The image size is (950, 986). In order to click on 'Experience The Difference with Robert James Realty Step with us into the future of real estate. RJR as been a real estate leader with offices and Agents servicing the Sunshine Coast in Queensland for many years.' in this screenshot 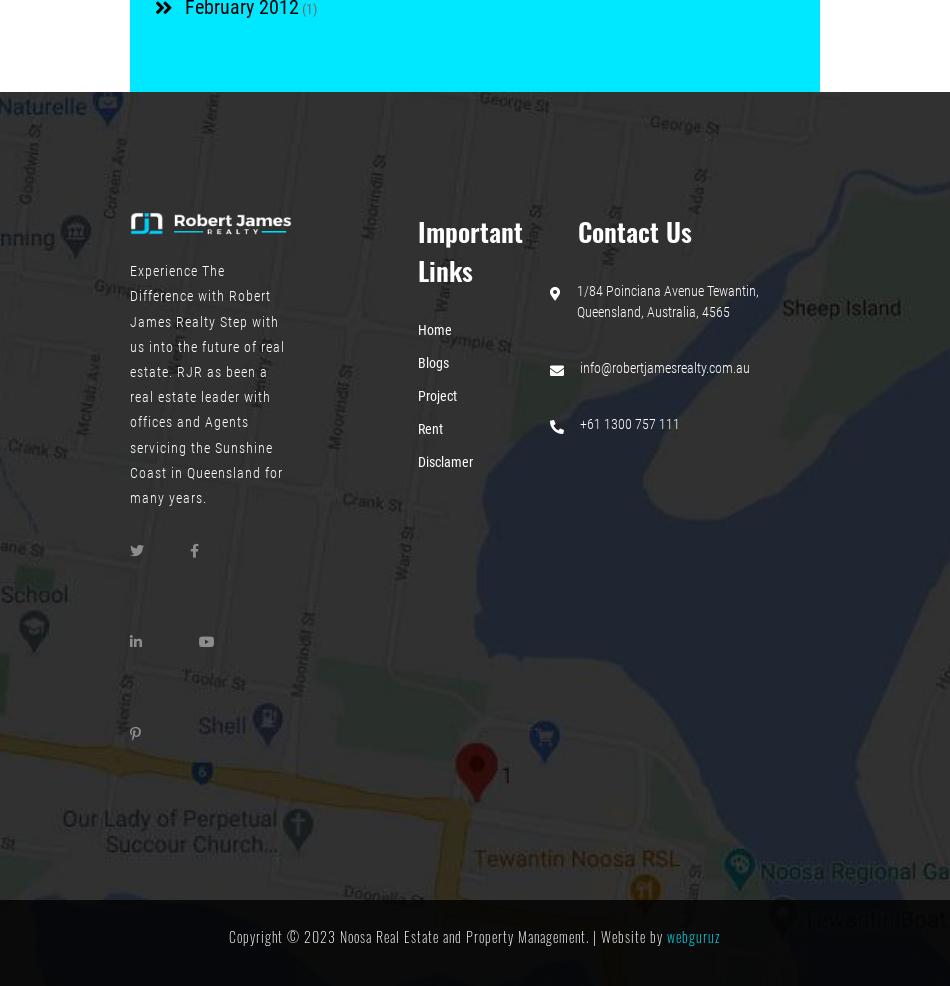, I will do `click(207, 383)`.